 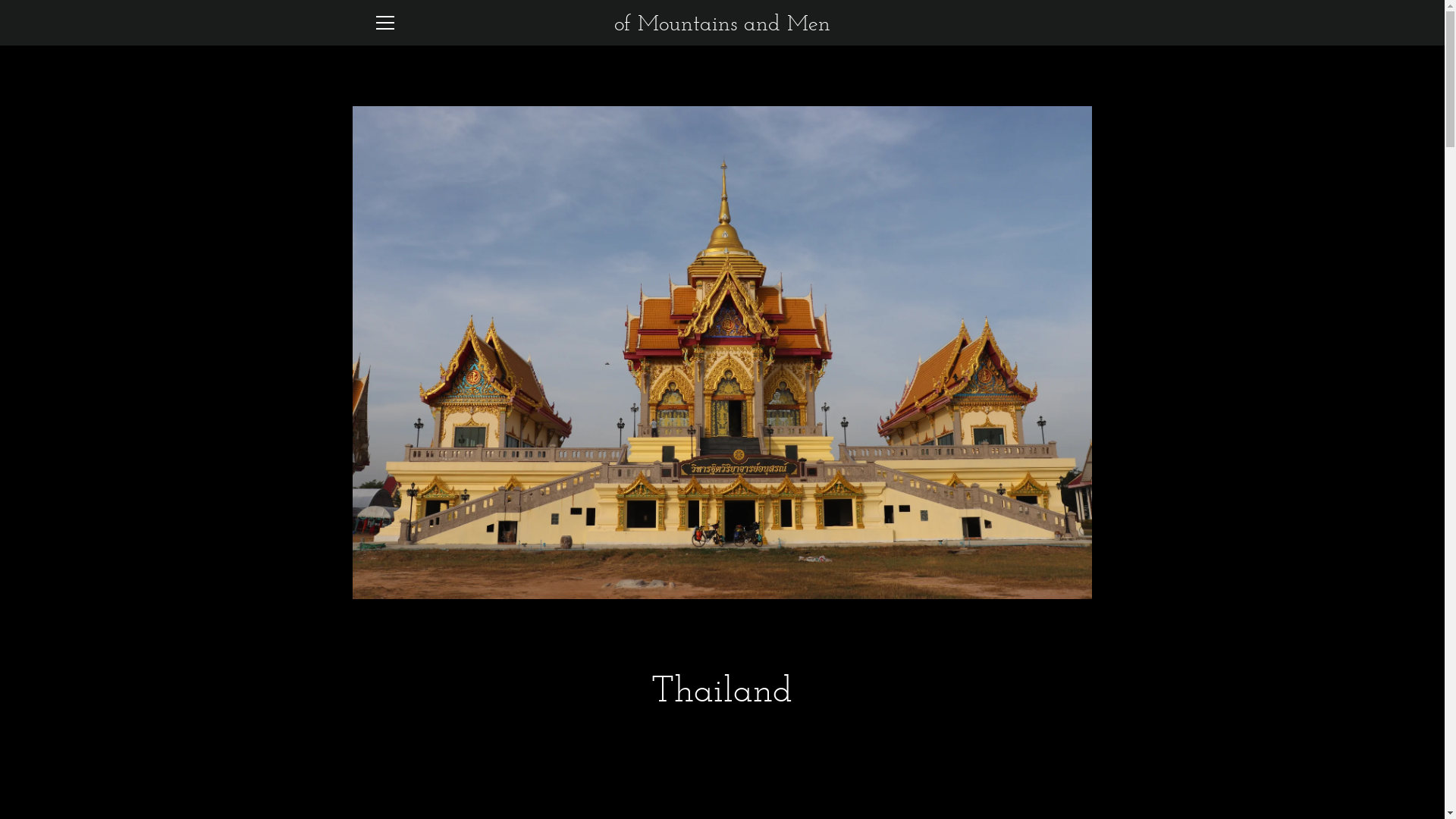 I want to click on 'of Mountains and Men', so click(x=721, y=23).